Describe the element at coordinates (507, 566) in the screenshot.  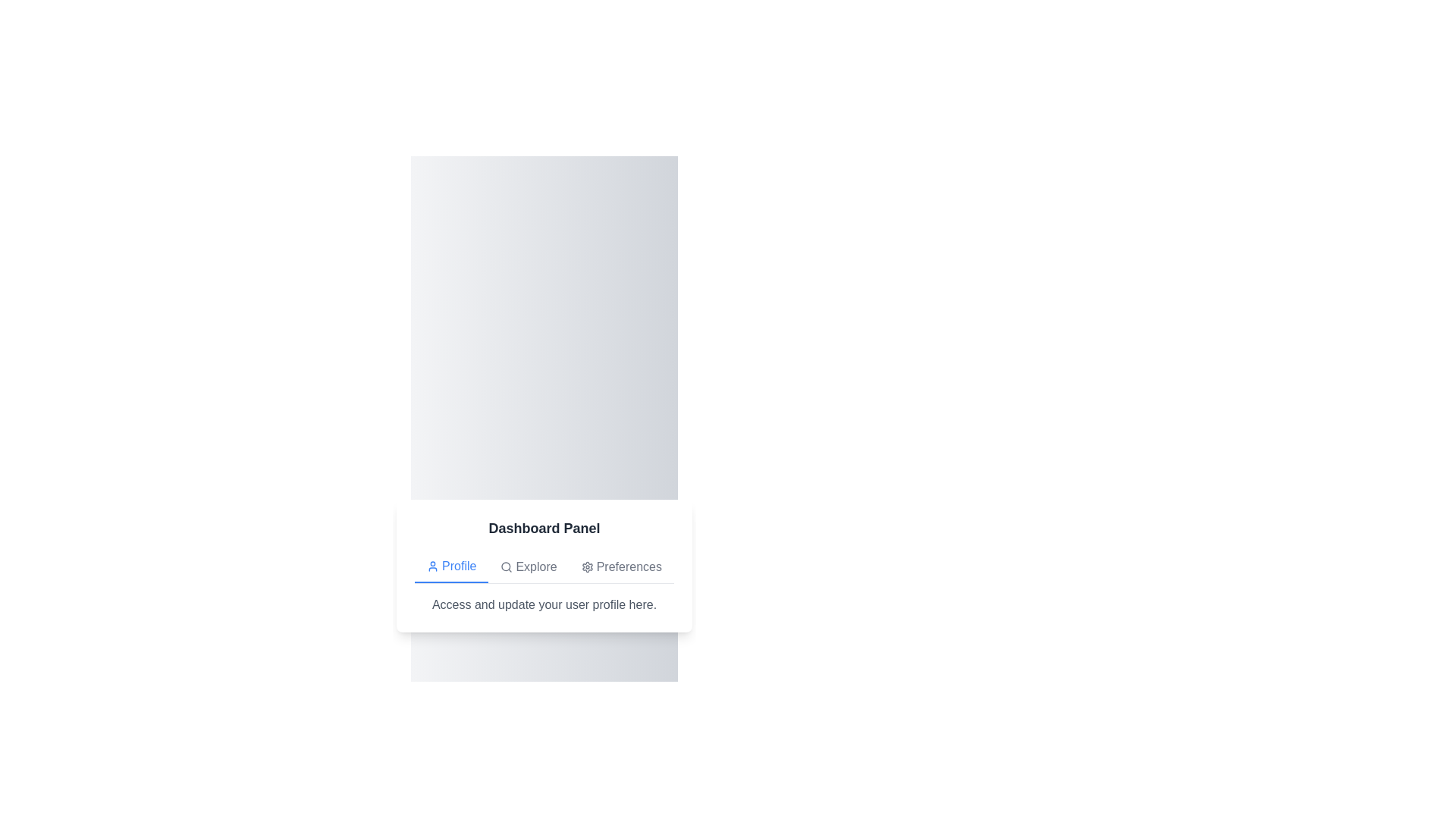
I see `the 'Explore' icon, which is the first visual indicator associated with the 'Explore' option, located to the left of the text 'Explore' in a horizontal list of options` at that location.